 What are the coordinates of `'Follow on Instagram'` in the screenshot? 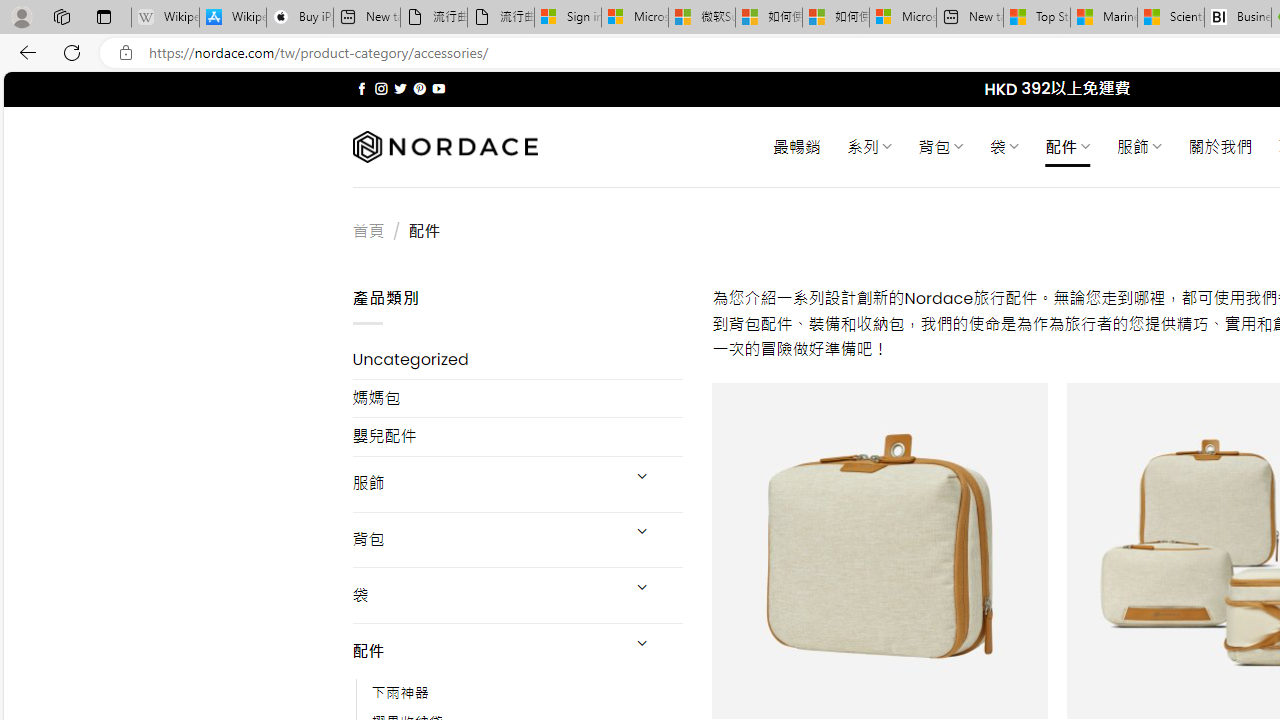 It's located at (381, 88).